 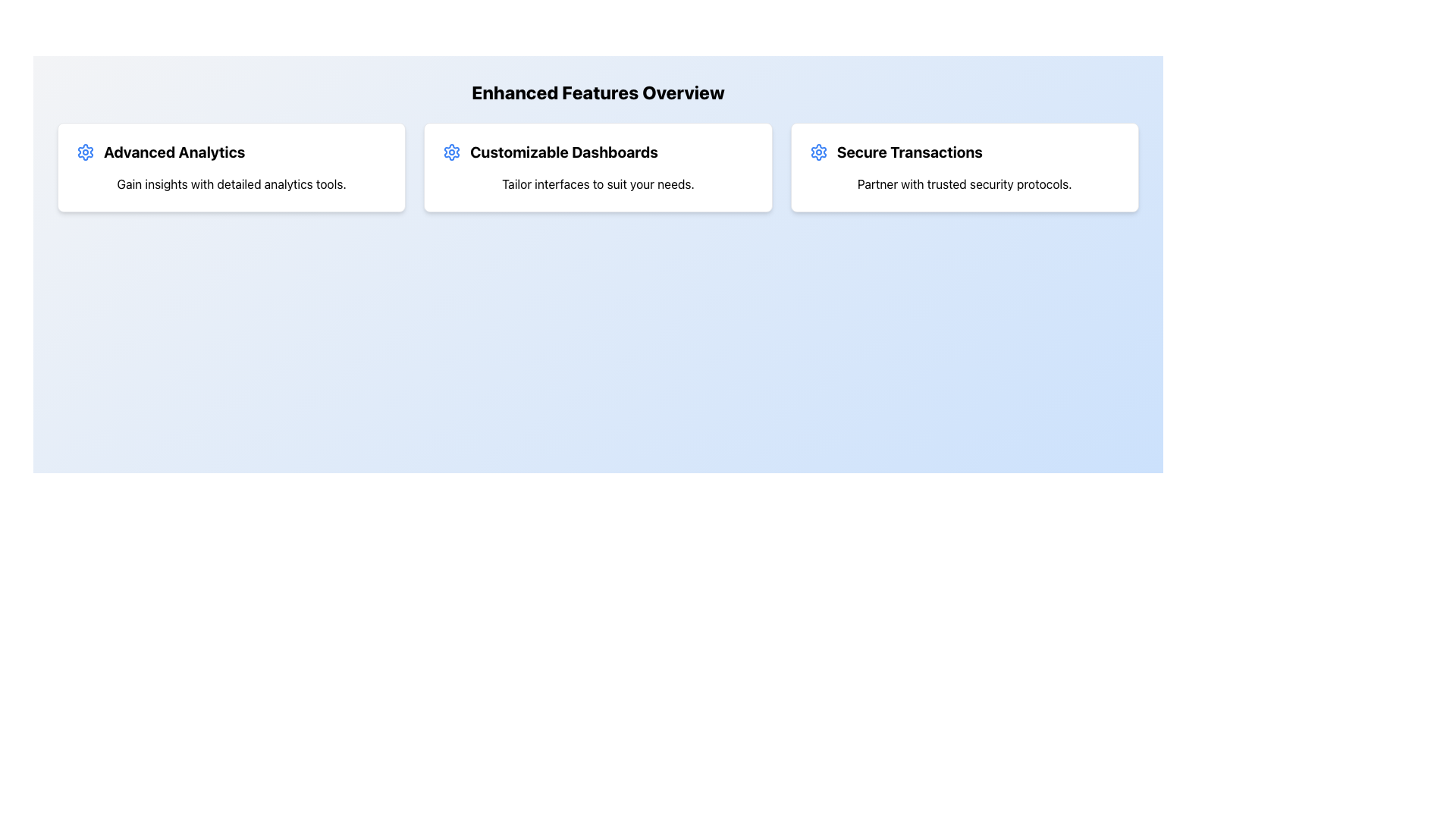 I want to click on the 'Advanced Analytics' informational card, which is the first card in a series of three horizontally arranged cards in a grid layout, so click(x=231, y=167).